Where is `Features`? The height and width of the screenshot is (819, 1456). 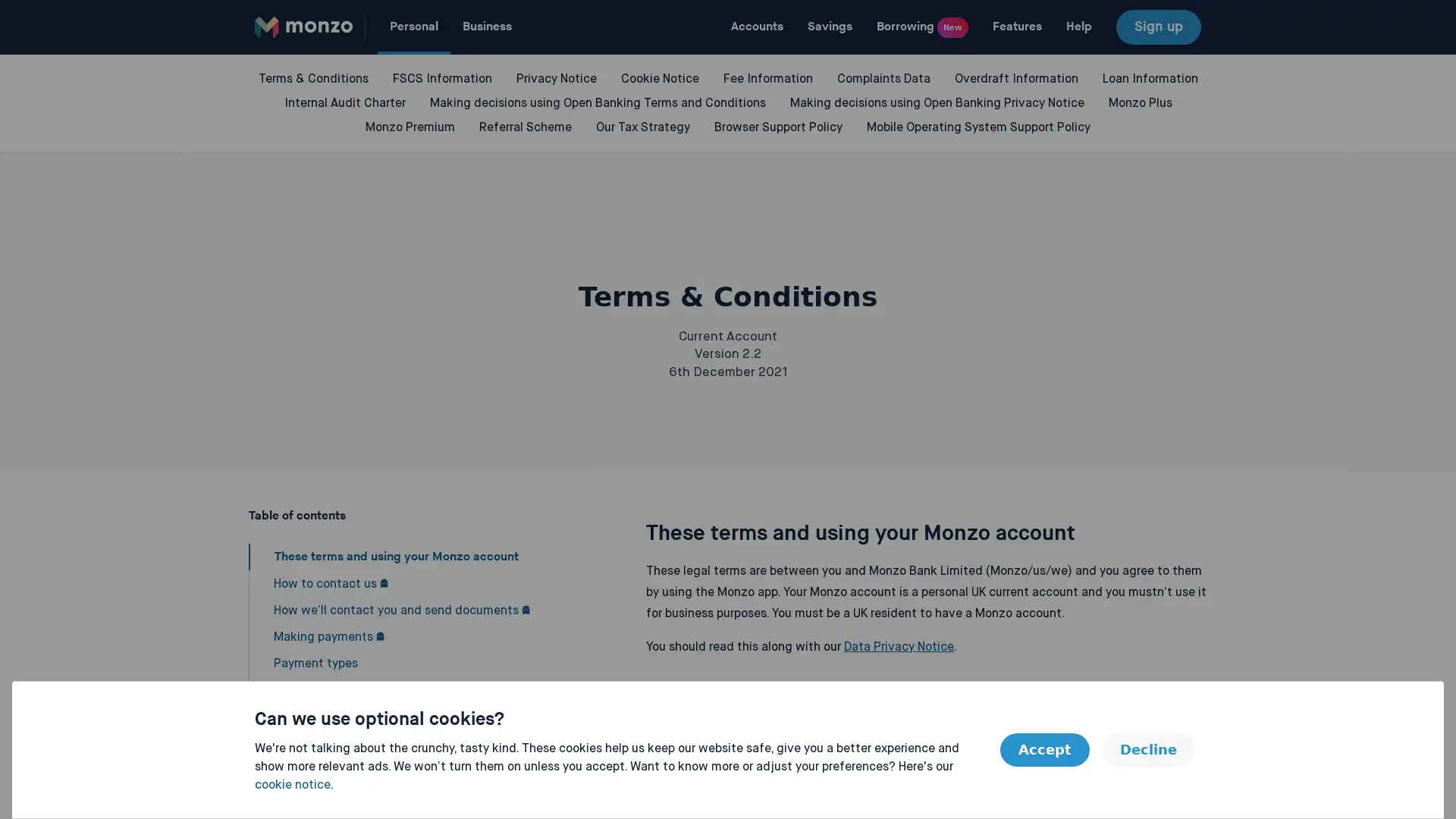
Features is located at coordinates (1017, 27).